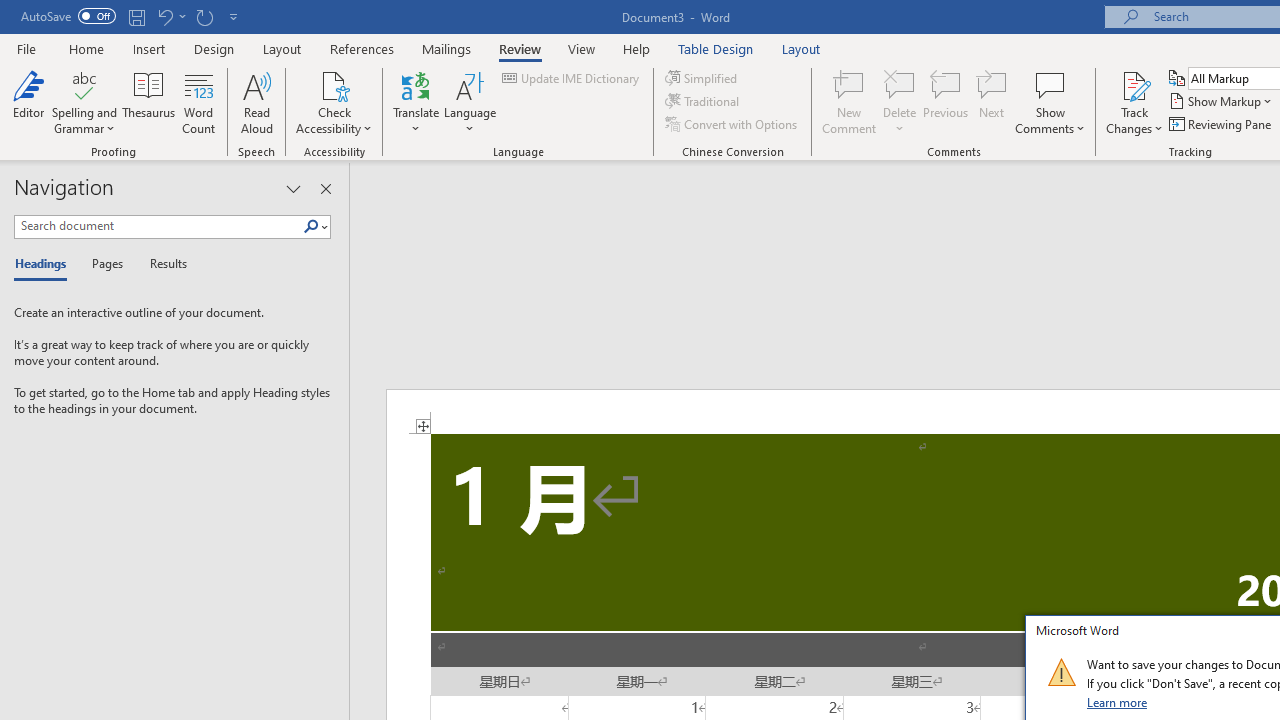 The image size is (1280, 720). I want to click on 'Previous', so click(945, 103).